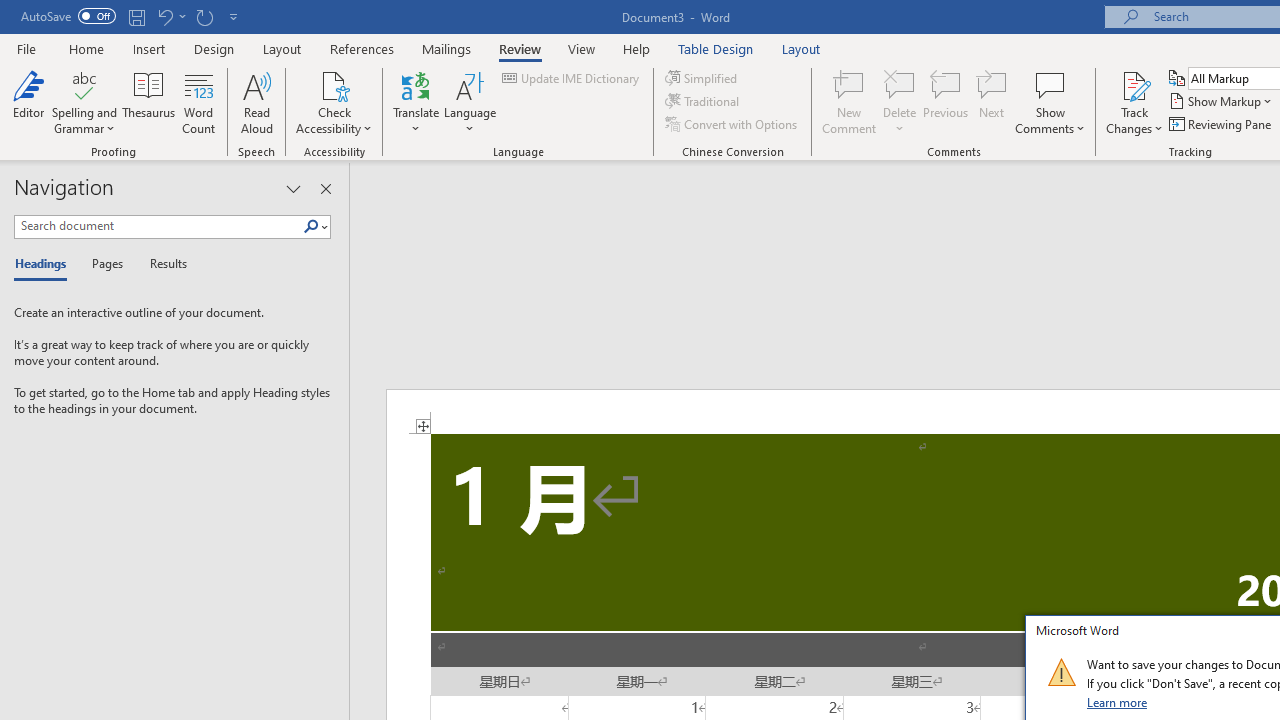 The image size is (1280, 720). I want to click on 'Previous', so click(945, 103).